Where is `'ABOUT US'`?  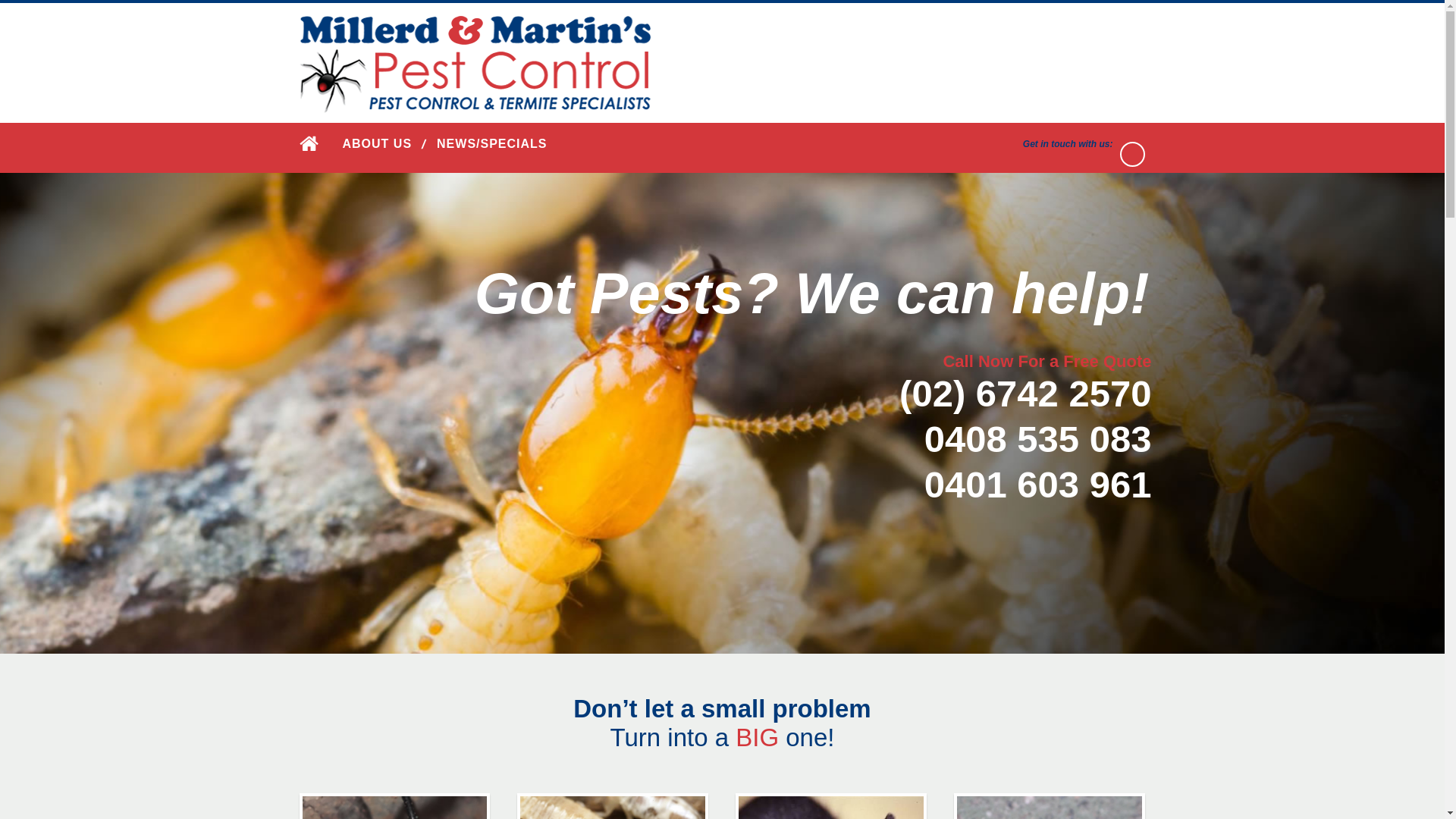
'ABOUT US' is located at coordinates (378, 143).